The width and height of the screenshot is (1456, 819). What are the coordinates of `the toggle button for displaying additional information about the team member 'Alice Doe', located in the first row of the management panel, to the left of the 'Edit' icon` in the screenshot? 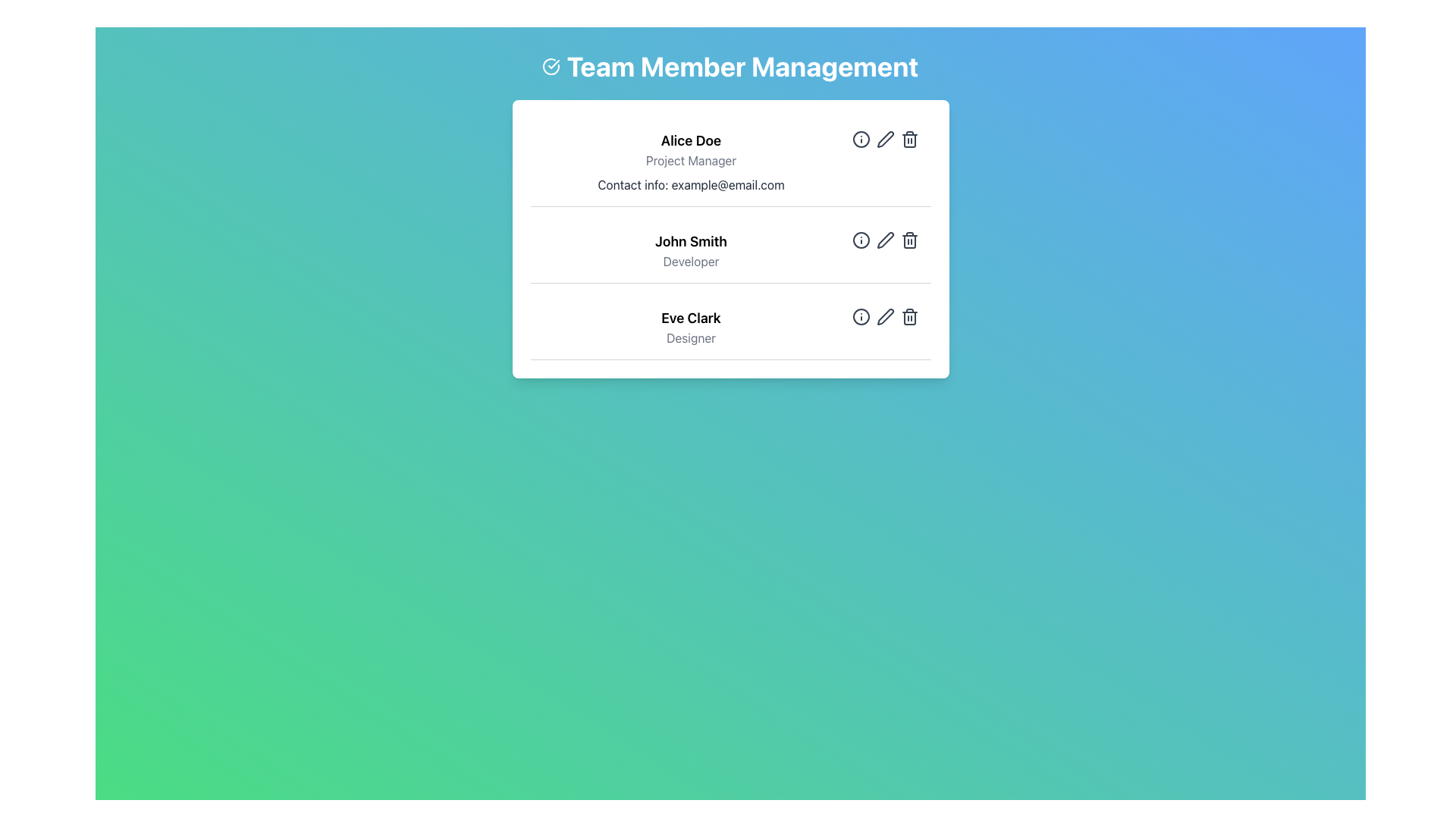 It's located at (861, 140).